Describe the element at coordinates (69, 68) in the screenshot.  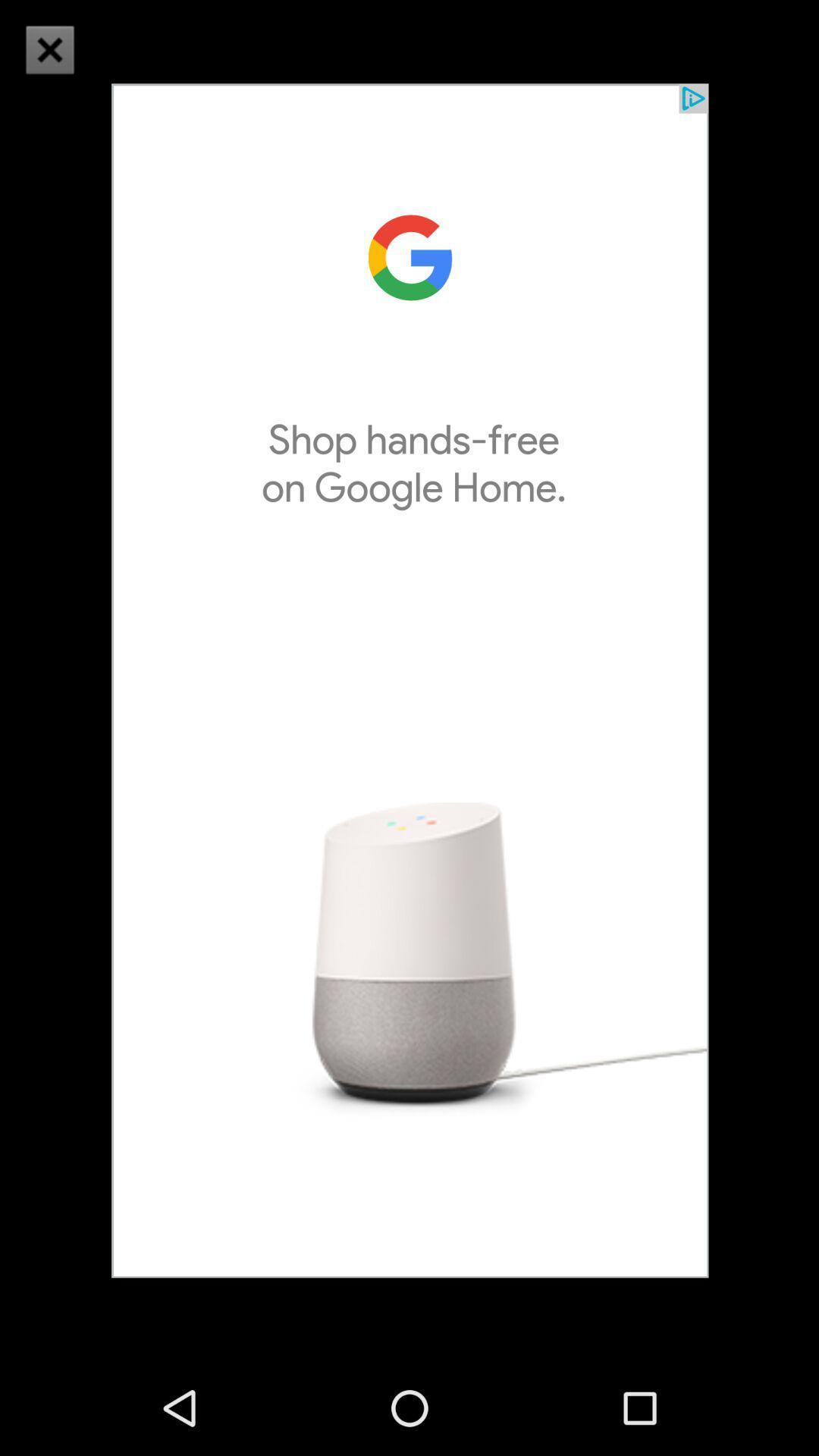
I see `the close icon` at that location.